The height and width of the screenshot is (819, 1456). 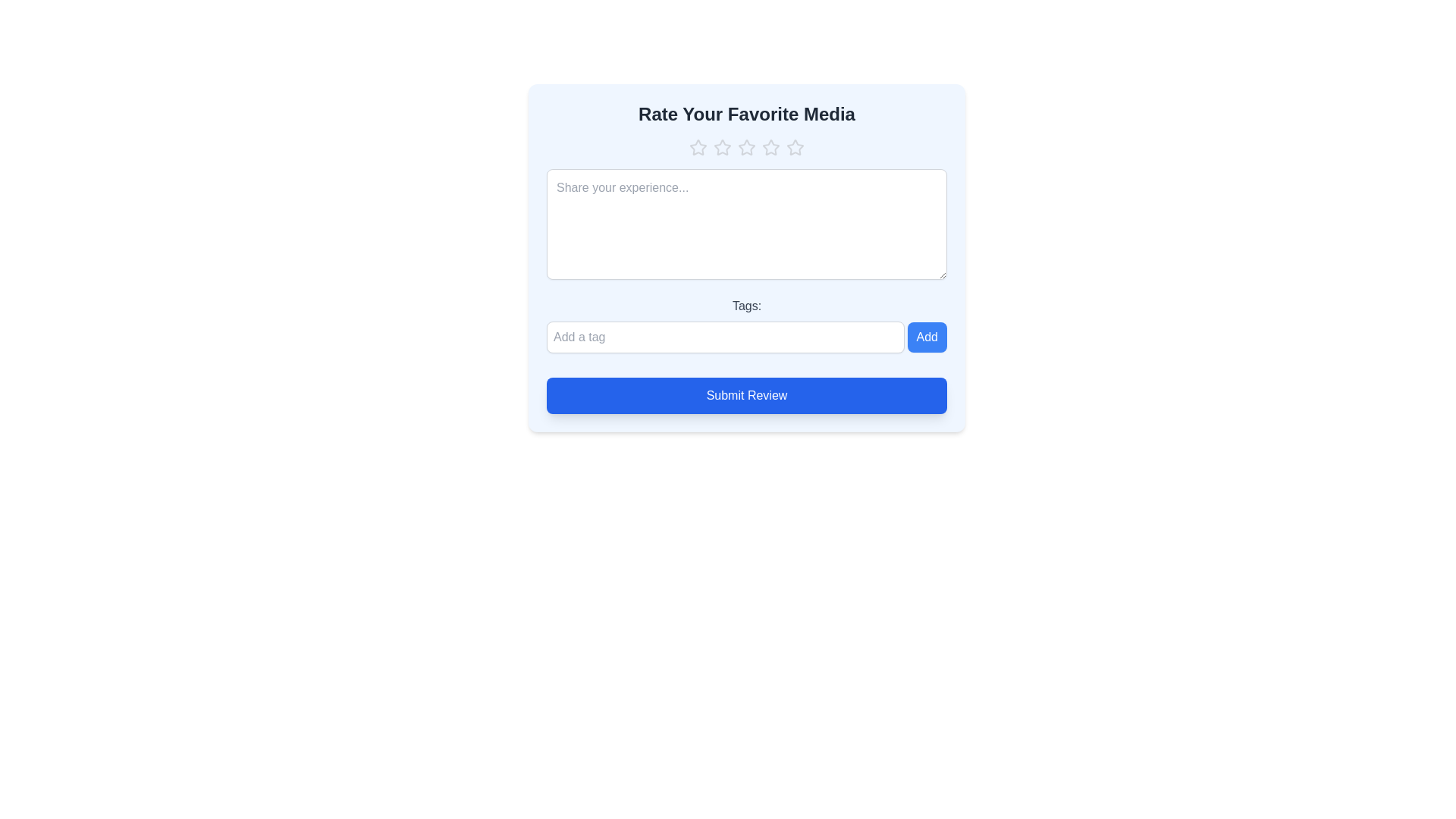 What do you see at coordinates (746, 148) in the screenshot?
I see `the third star-shaped icon from the left, which is styled in light gray` at bounding box center [746, 148].